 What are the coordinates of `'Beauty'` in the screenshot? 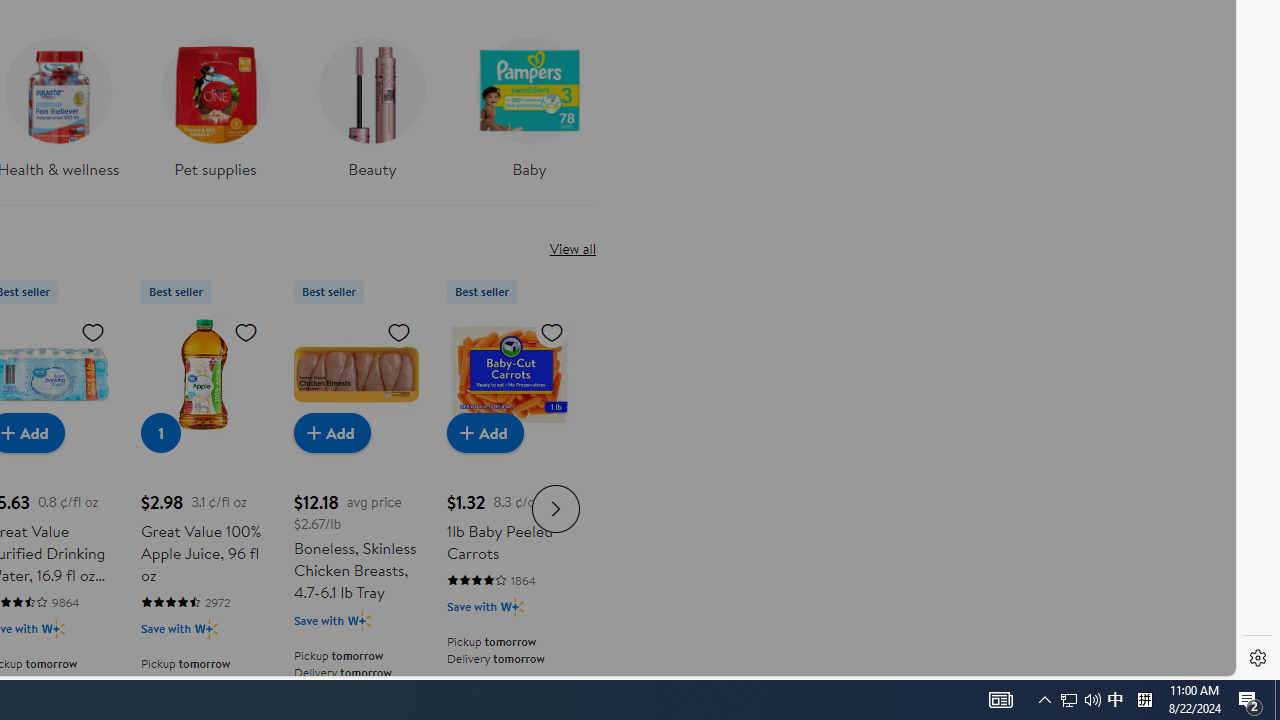 It's located at (371, 101).